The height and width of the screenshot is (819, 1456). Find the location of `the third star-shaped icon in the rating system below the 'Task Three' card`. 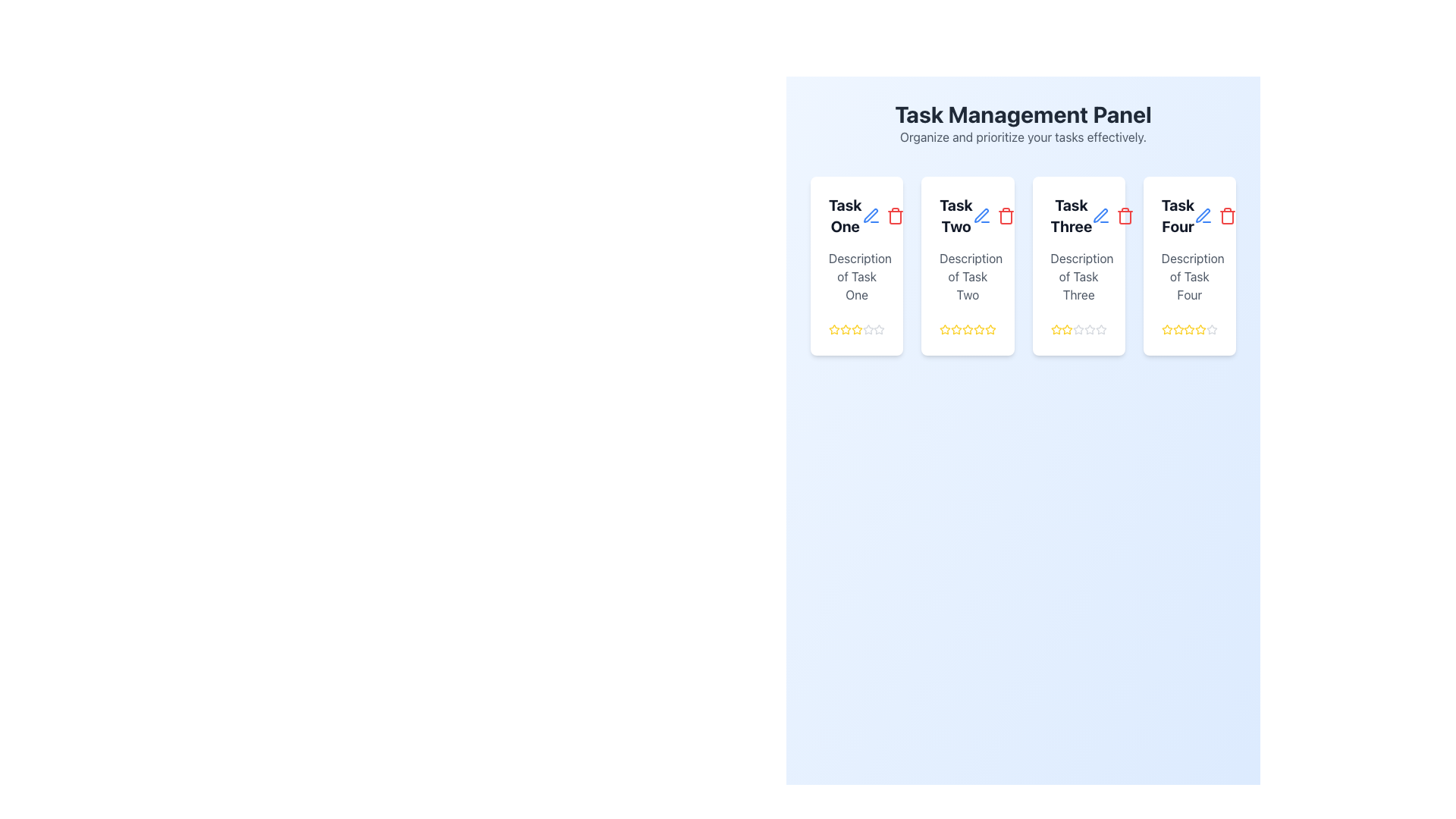

the third star-shaped icon in the rating system below the 'Task Three' card is located at coordinates (1078, 328).